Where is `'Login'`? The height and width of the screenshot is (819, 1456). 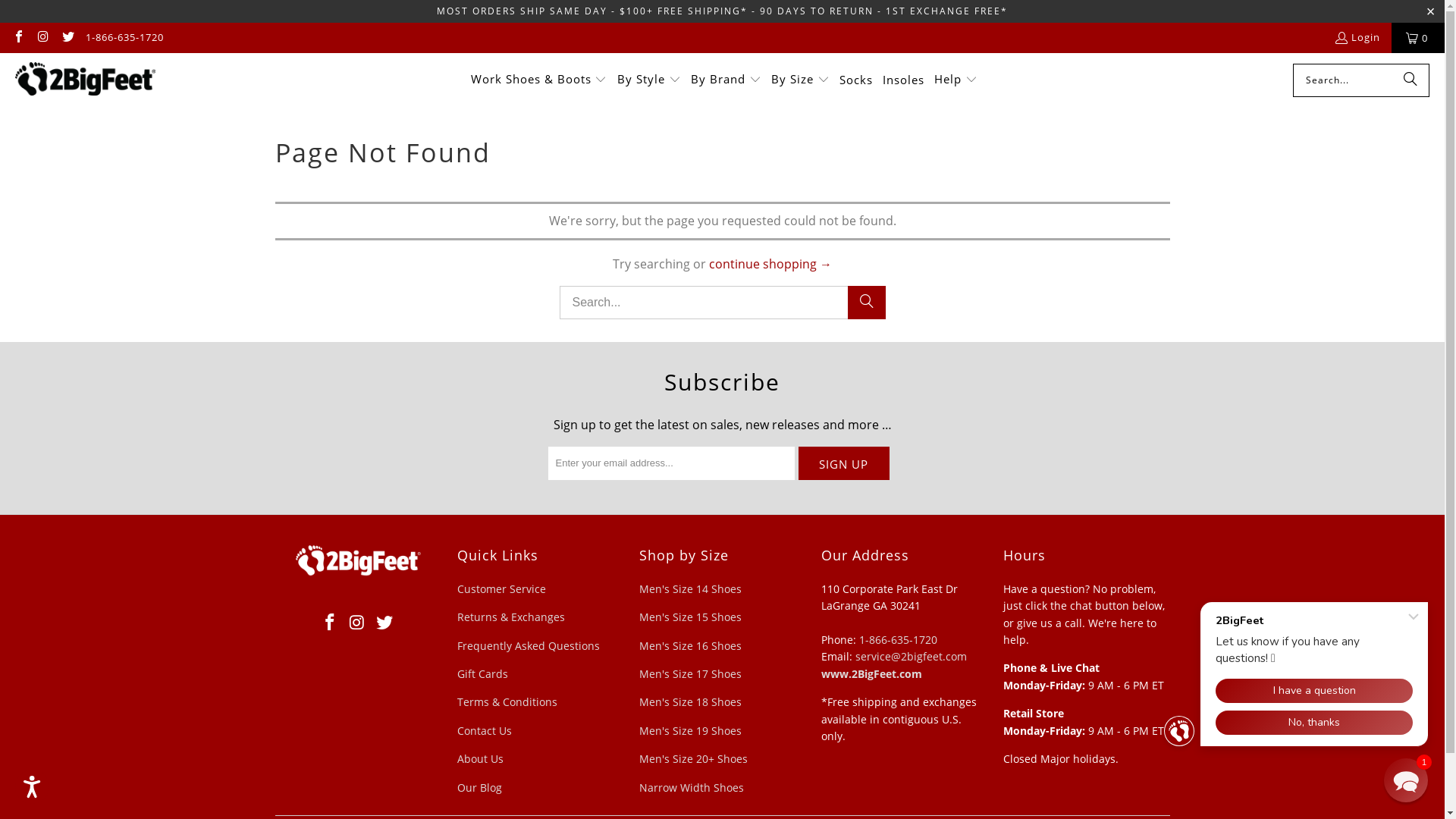 'Login' is located at coordinates (1357, 37).